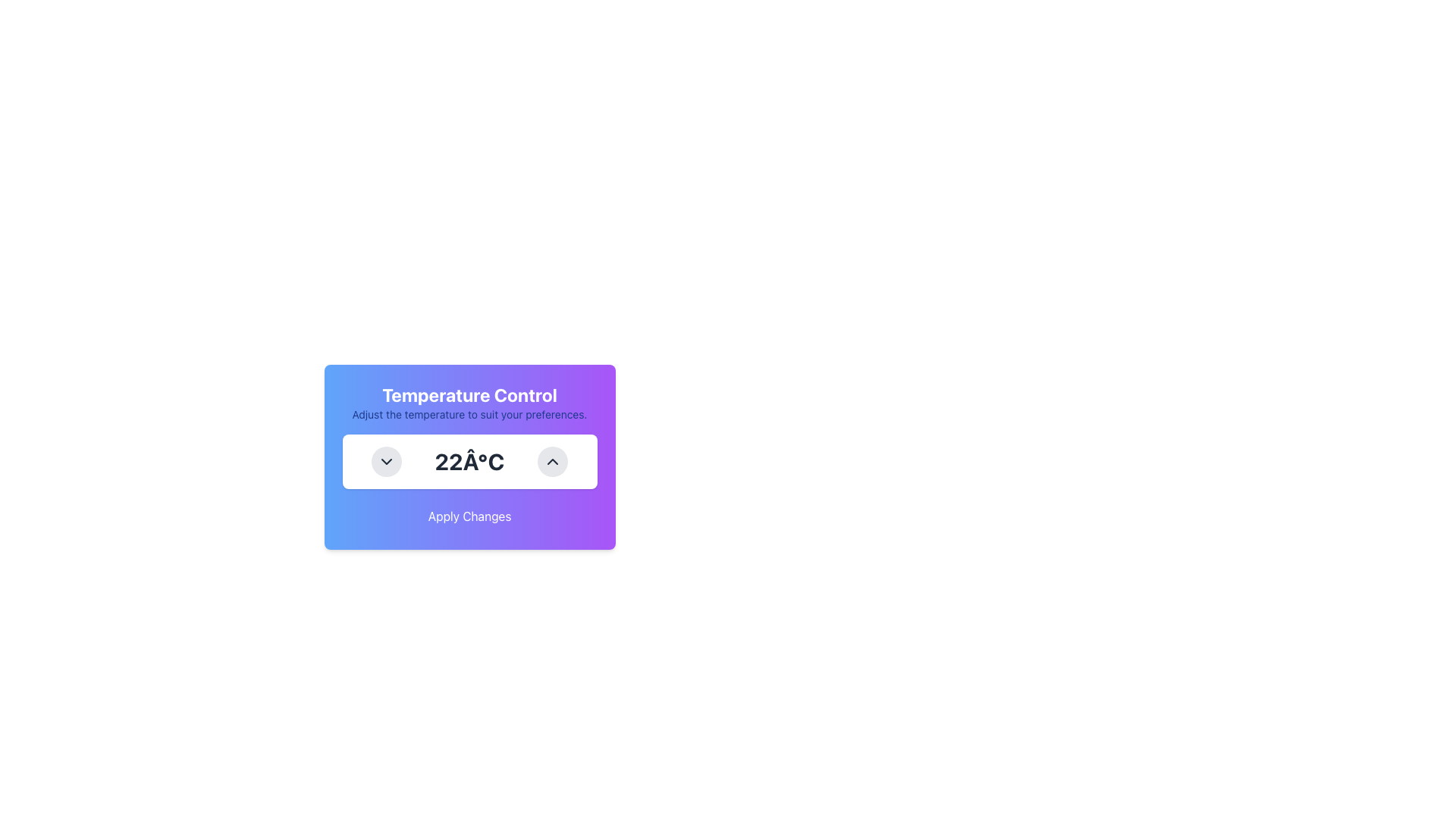  What do you see at coordinates (469, 394) in the screenshot?
I see `the text label that serves as the header for the temperature control settings card, located at the top-center of the card-like component` at bounding box center [469, 394].